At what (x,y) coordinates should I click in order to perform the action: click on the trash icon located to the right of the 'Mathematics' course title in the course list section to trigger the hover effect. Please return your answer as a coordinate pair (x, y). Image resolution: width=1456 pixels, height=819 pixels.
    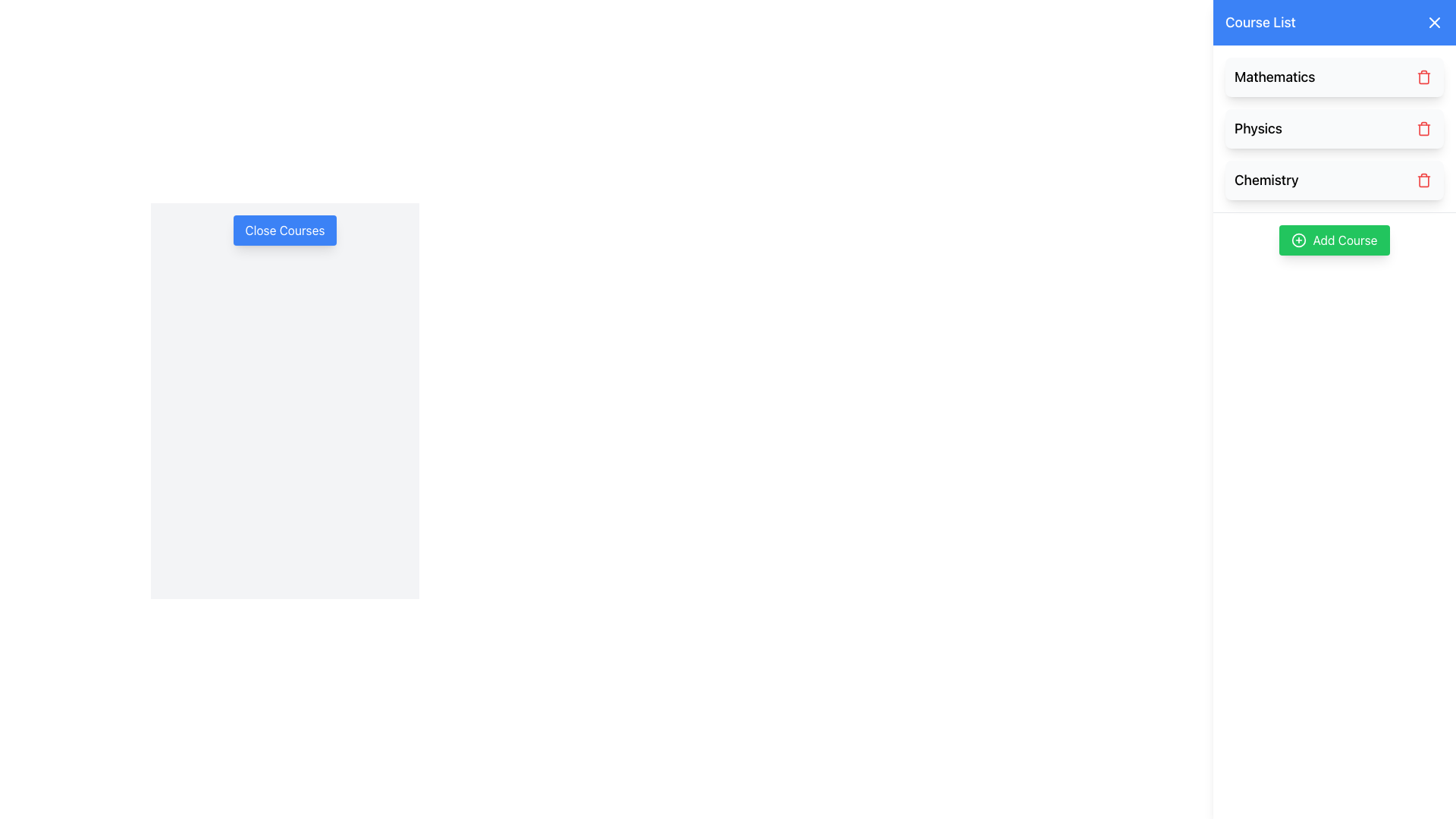
    Looking at the image, I should click on (1423, 77).